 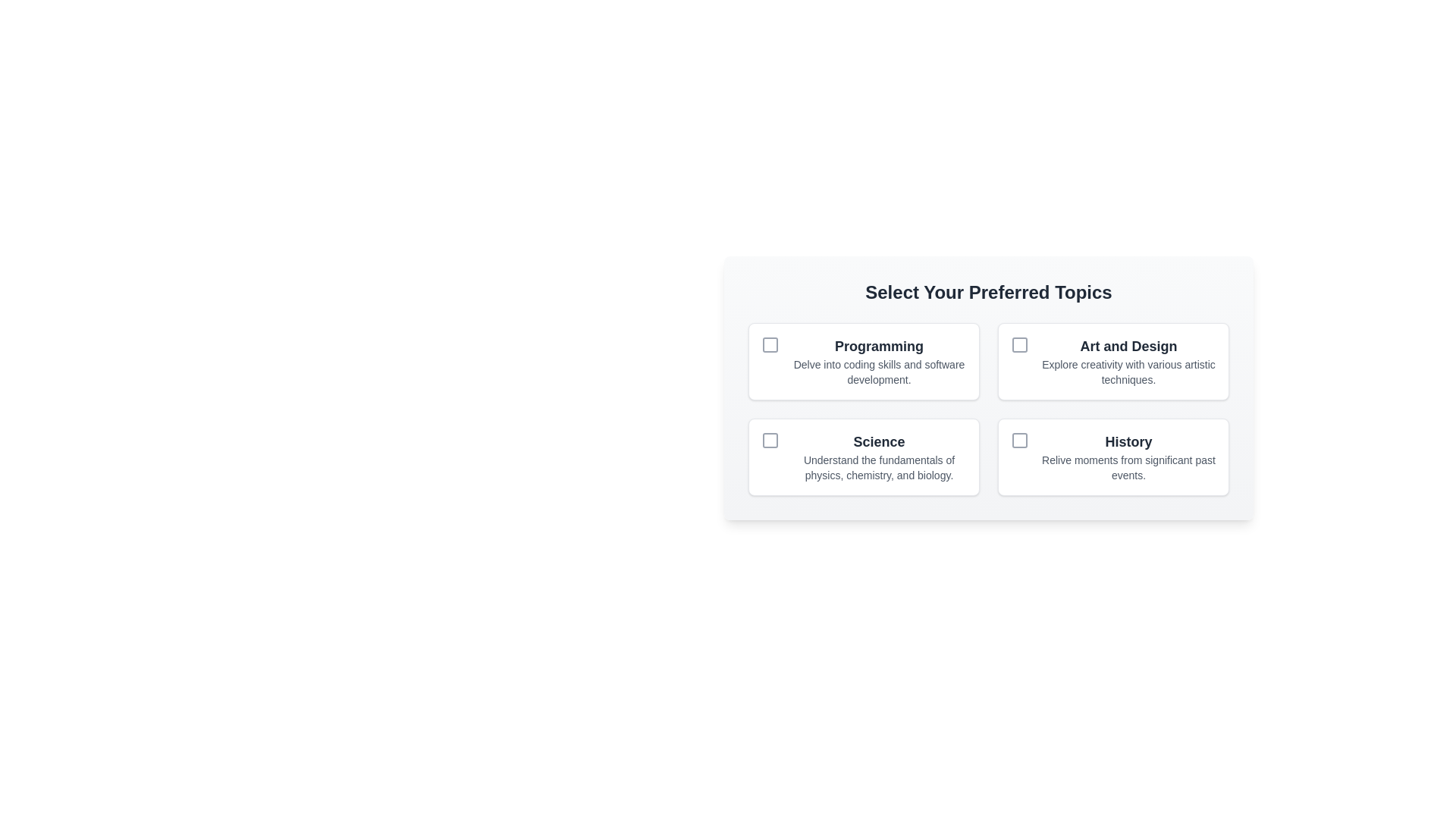 I want to click on the static text label displaying 'History', which is bold and large in gray-black color, located in the bottom-right quadrant of the grid, so click(x=1128, y=441).